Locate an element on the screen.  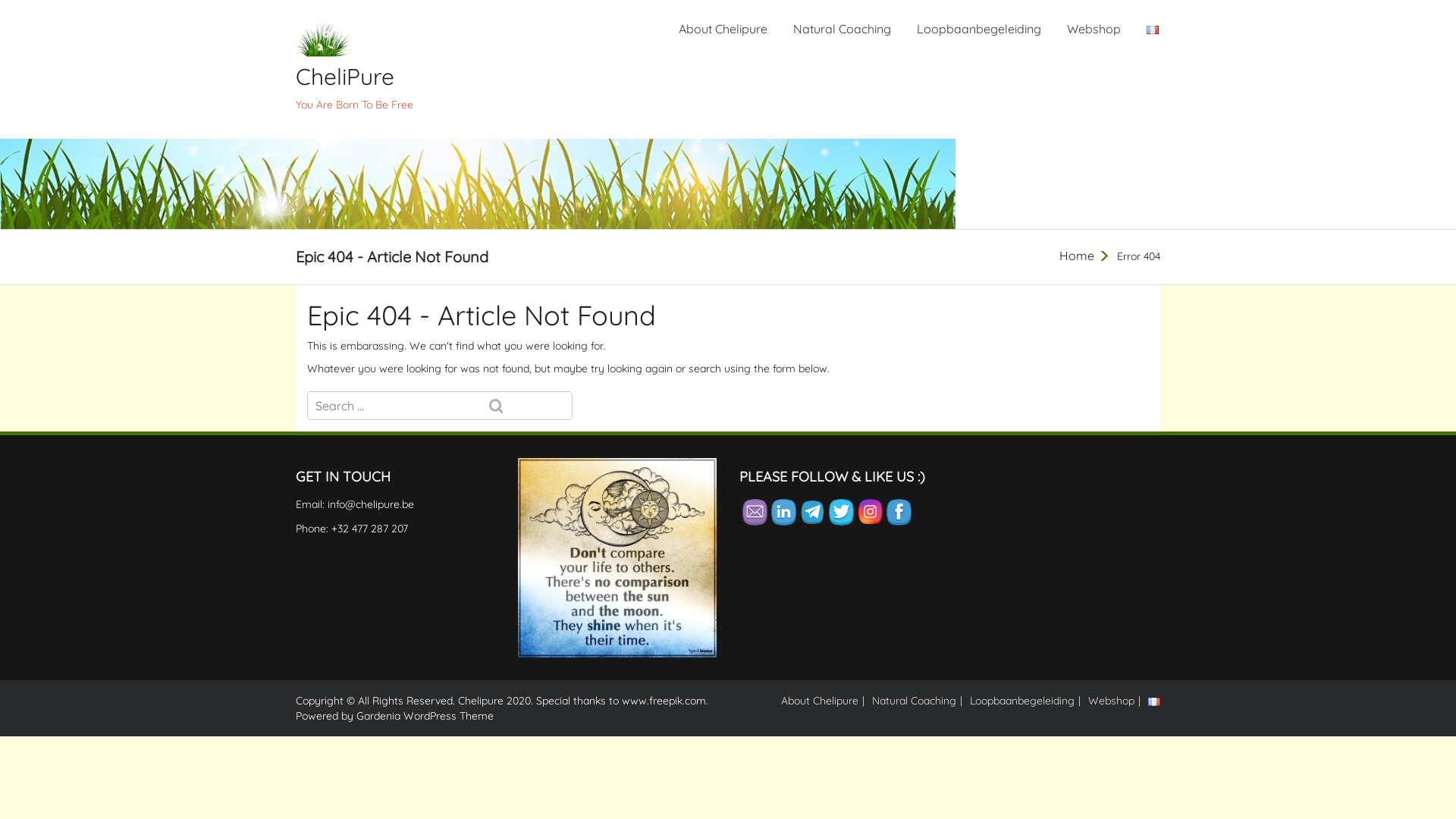
'Natural Coaching' is located at coordinates (913, 701).